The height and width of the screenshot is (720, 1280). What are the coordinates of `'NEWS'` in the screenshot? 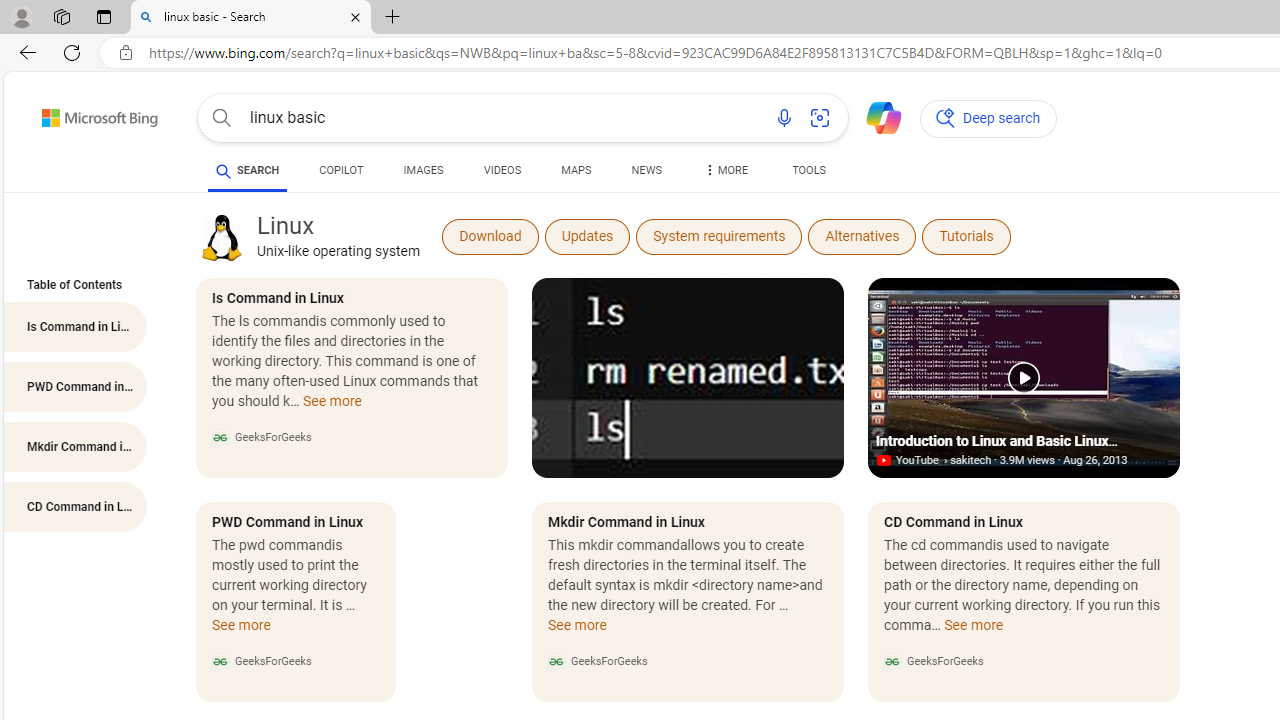 It's located at (646, 170).